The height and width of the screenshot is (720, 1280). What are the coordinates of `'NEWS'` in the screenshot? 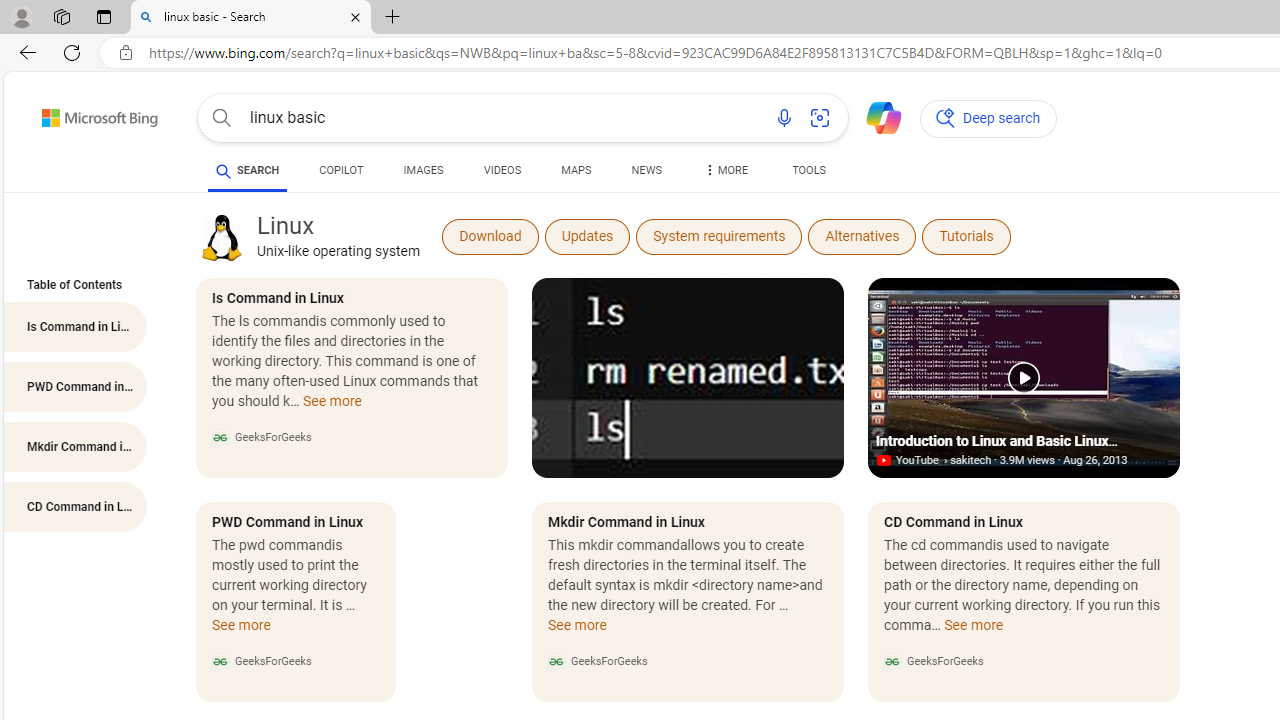 It's located at (646, 170).